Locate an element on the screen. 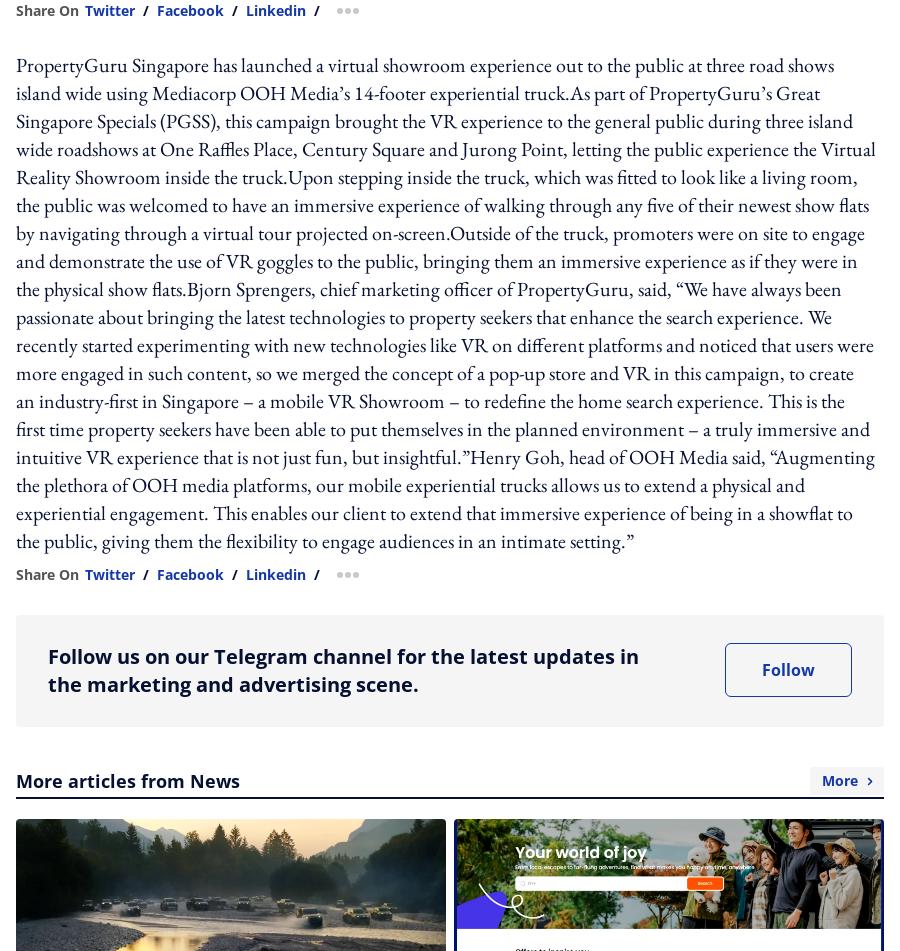 The height and width of the screenshot is (951, 900). 'Lighthouse Independent Media. All rights reserved.' is located at coordinates (62, 700).